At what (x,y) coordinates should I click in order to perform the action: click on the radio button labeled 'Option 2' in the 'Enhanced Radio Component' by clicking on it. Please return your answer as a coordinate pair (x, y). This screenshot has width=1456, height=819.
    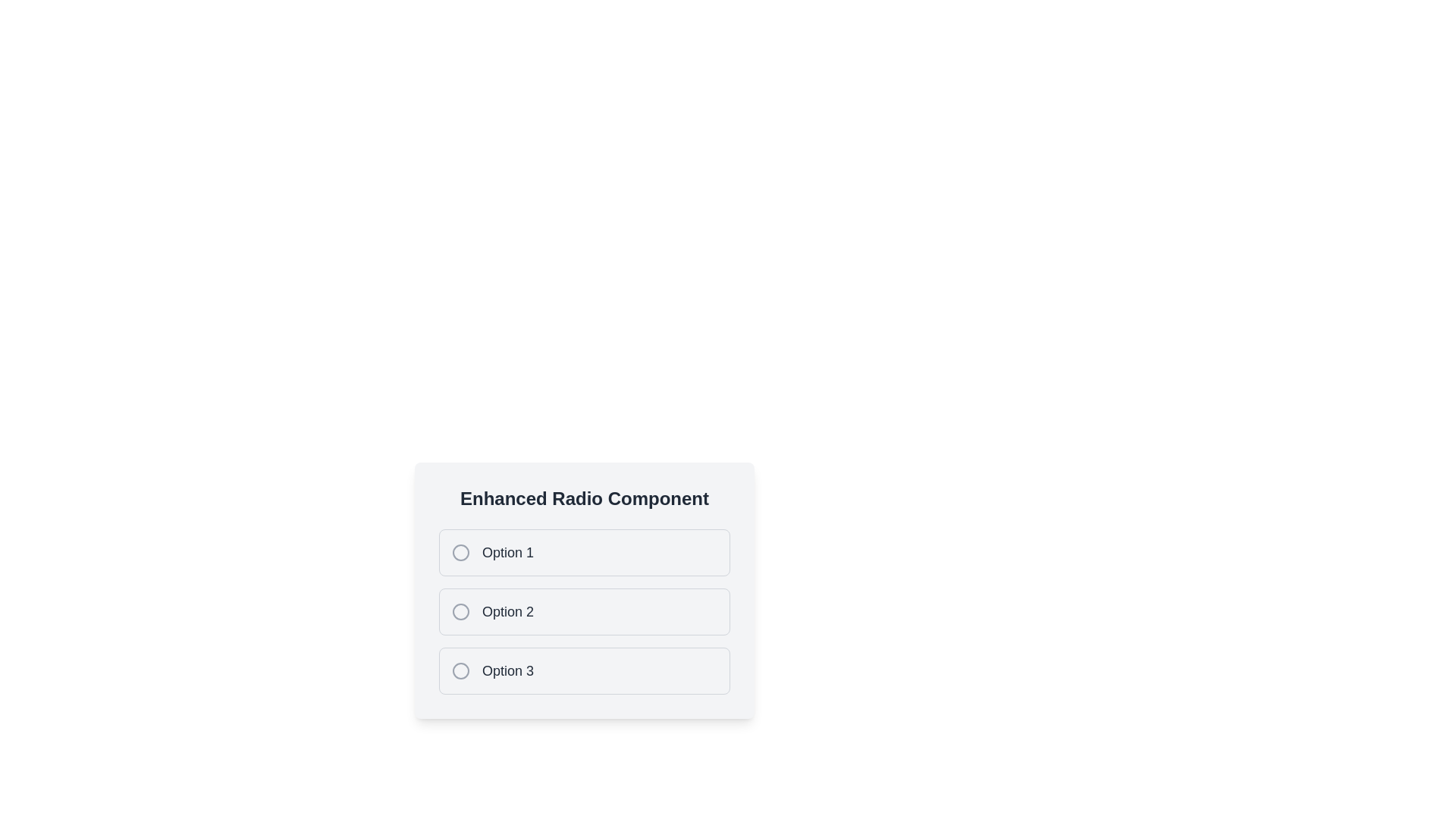
    Looking at the image, I should click on (584, 590).